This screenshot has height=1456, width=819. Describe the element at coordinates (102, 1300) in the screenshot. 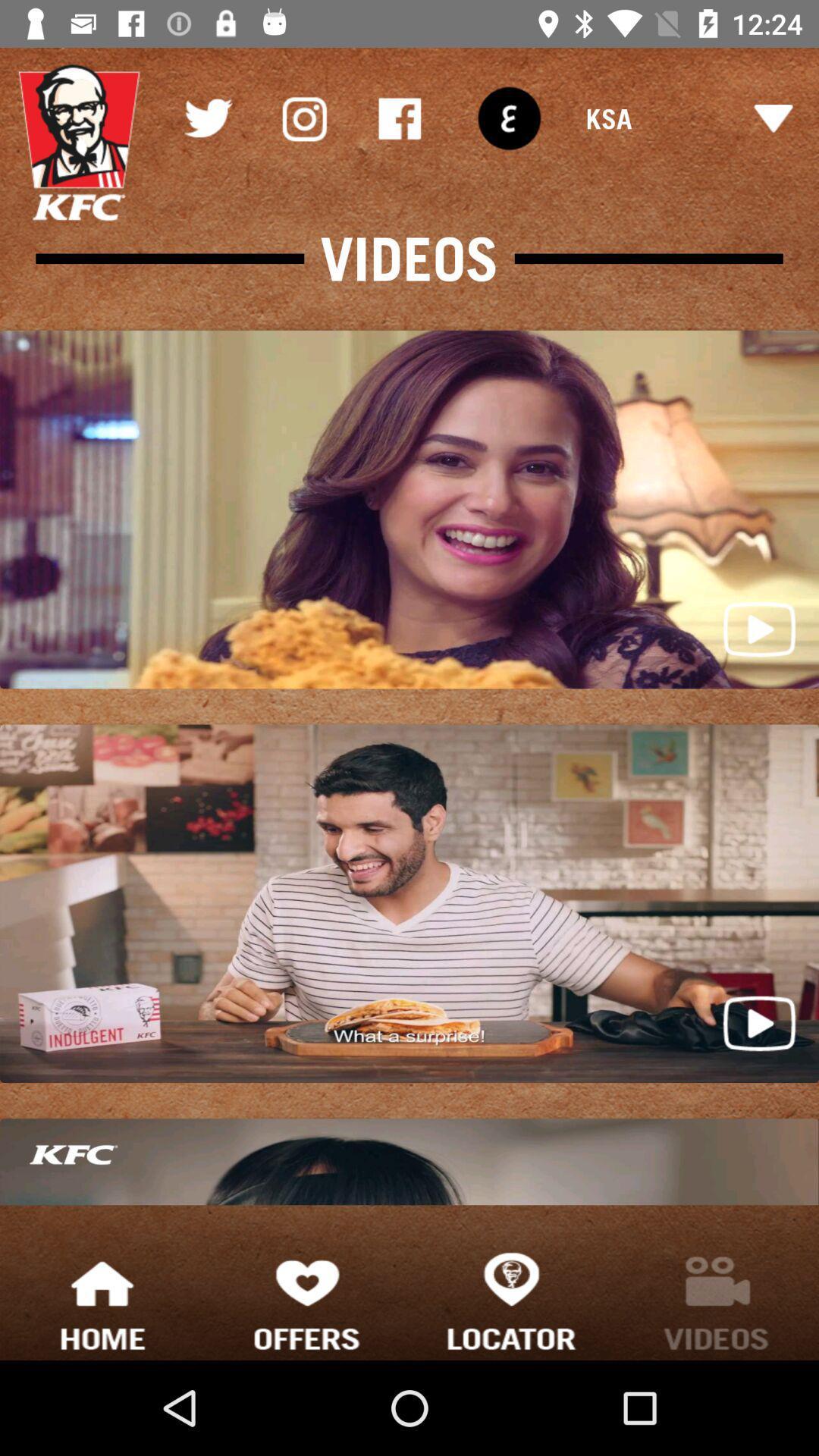

I see `icon at the bottom left corner` at that location.